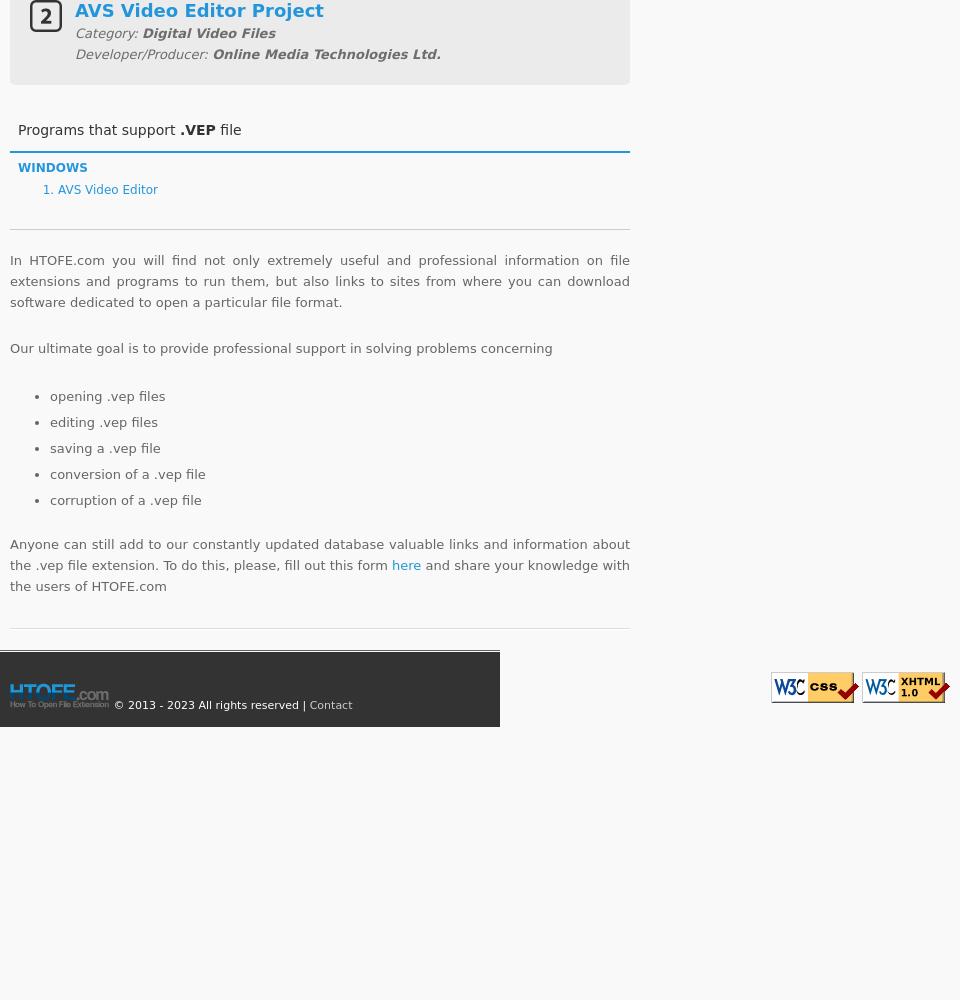 The image size is (960, 1000). What do you see at coordinates (215, 129) in the screenshot?
I see `'file'` at bounding box center [215, 129].